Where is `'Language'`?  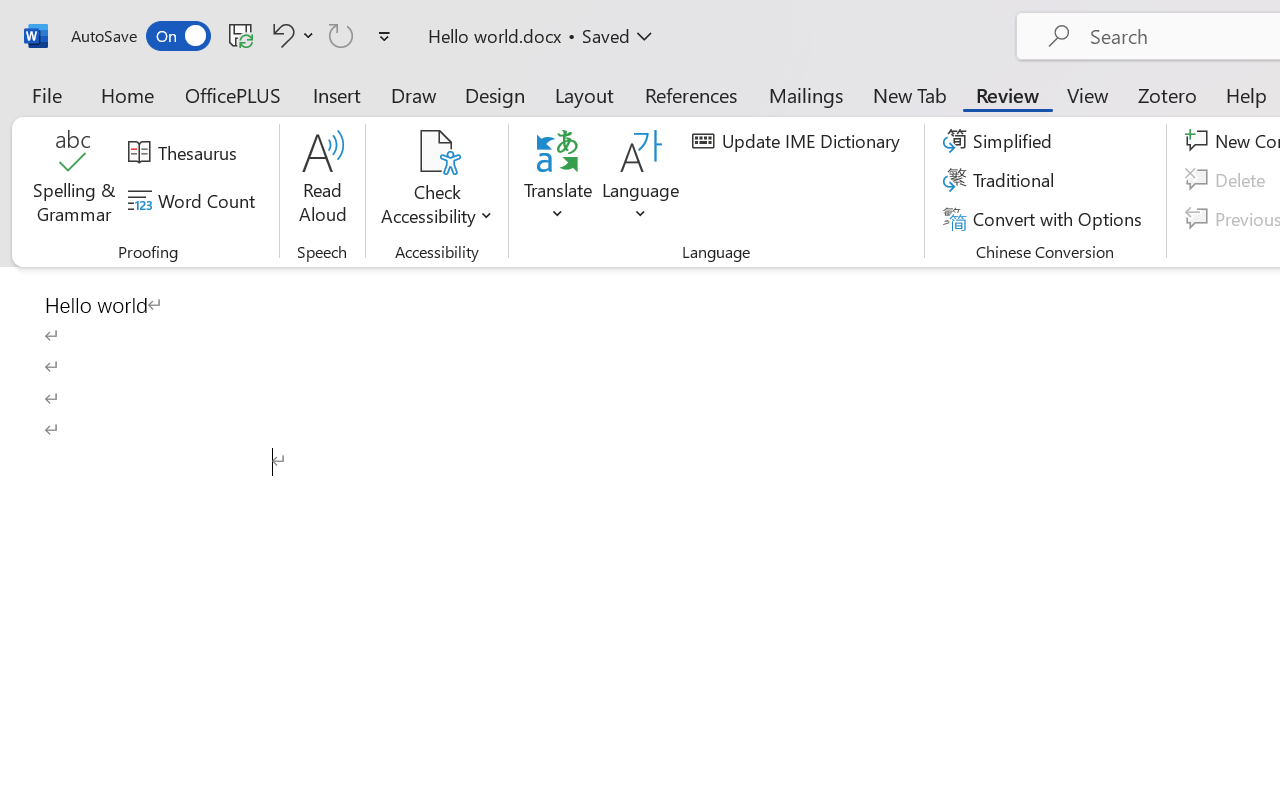 'Language' is located at coordinates (641, 179).